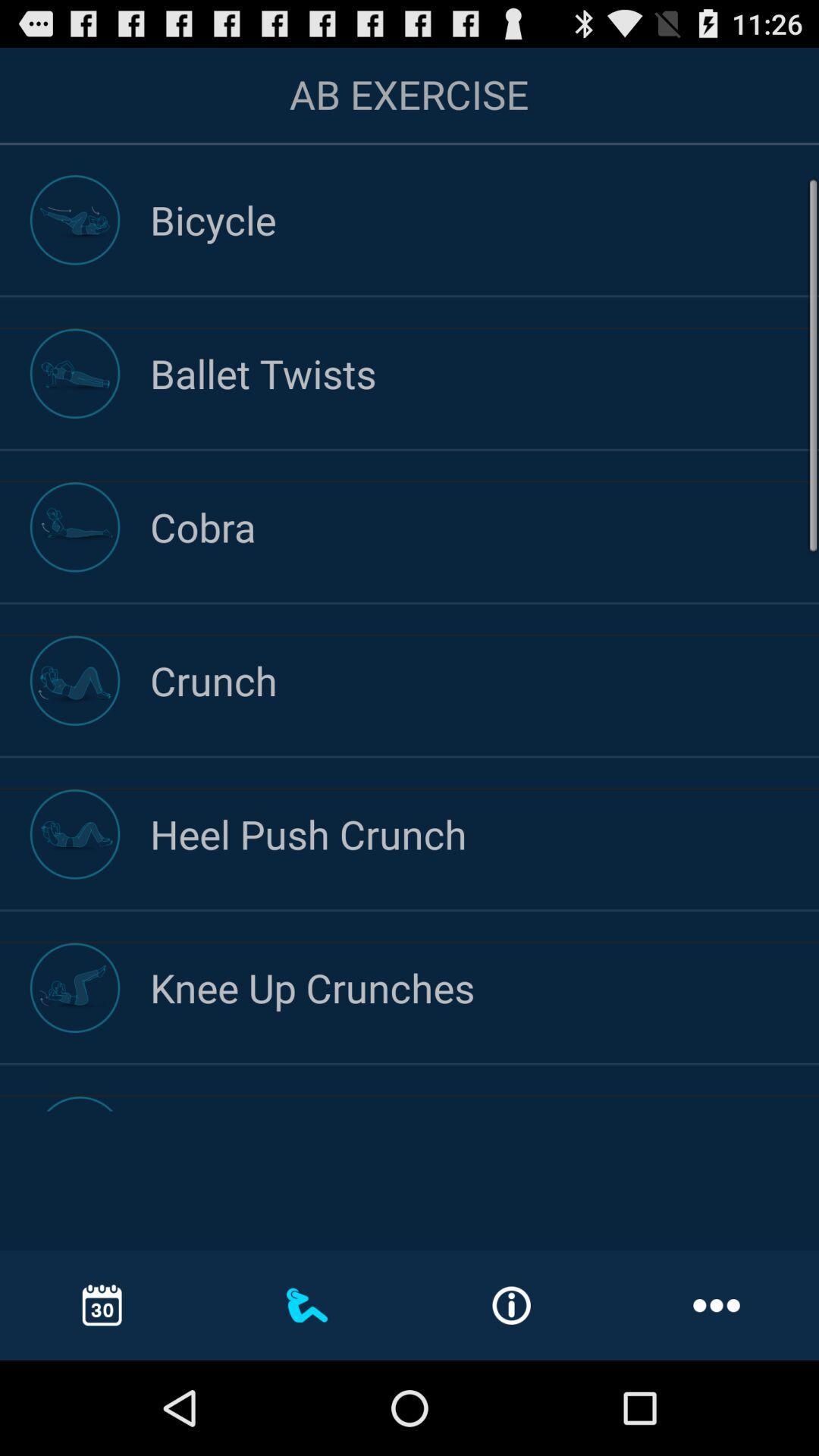 The image size is (819, 1456). I want to click on heel push crunch app, so click(485, 833).